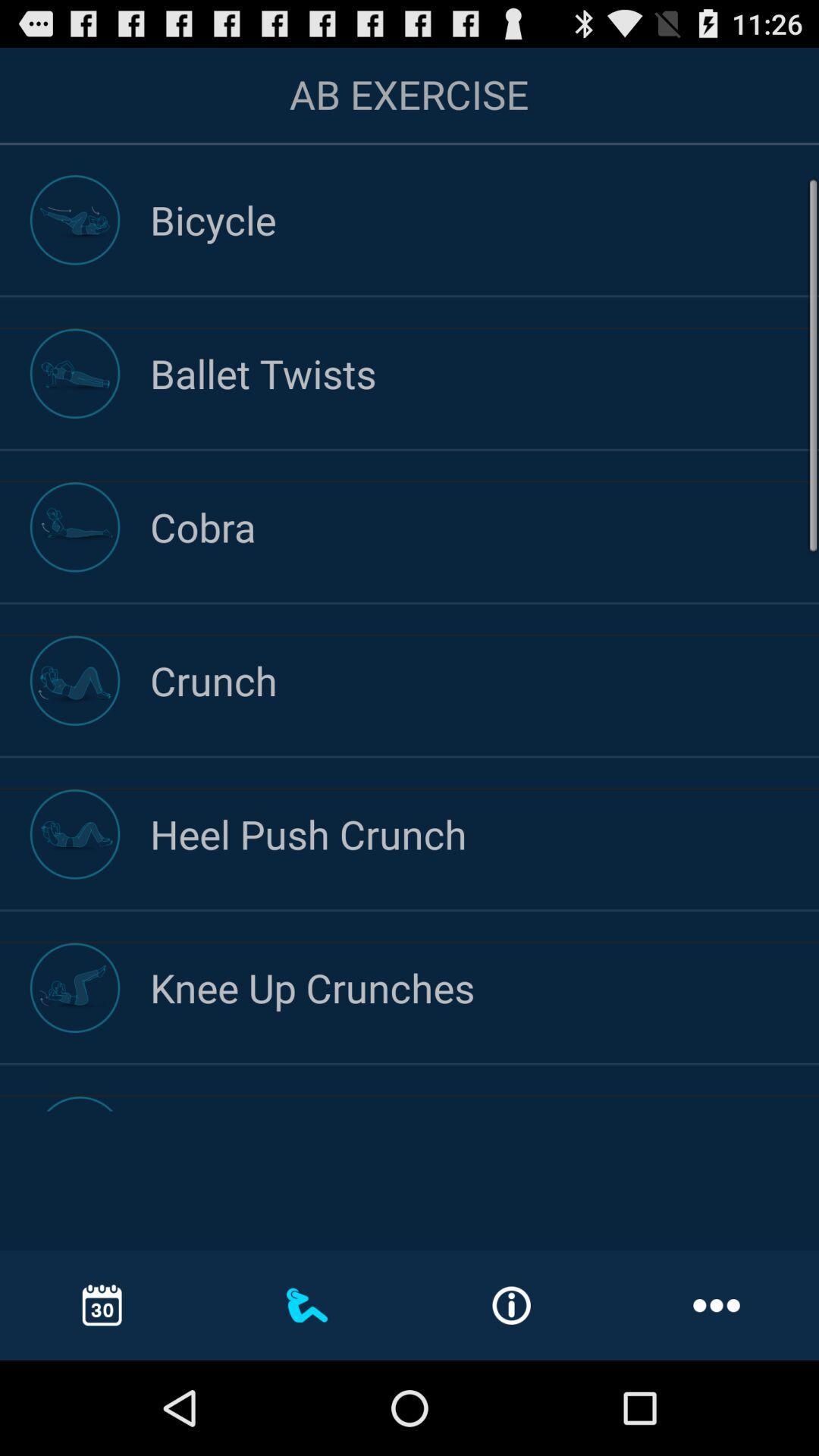 The image size is (819, 1456). I want to click on heel push crunch app, so click(485, 833).